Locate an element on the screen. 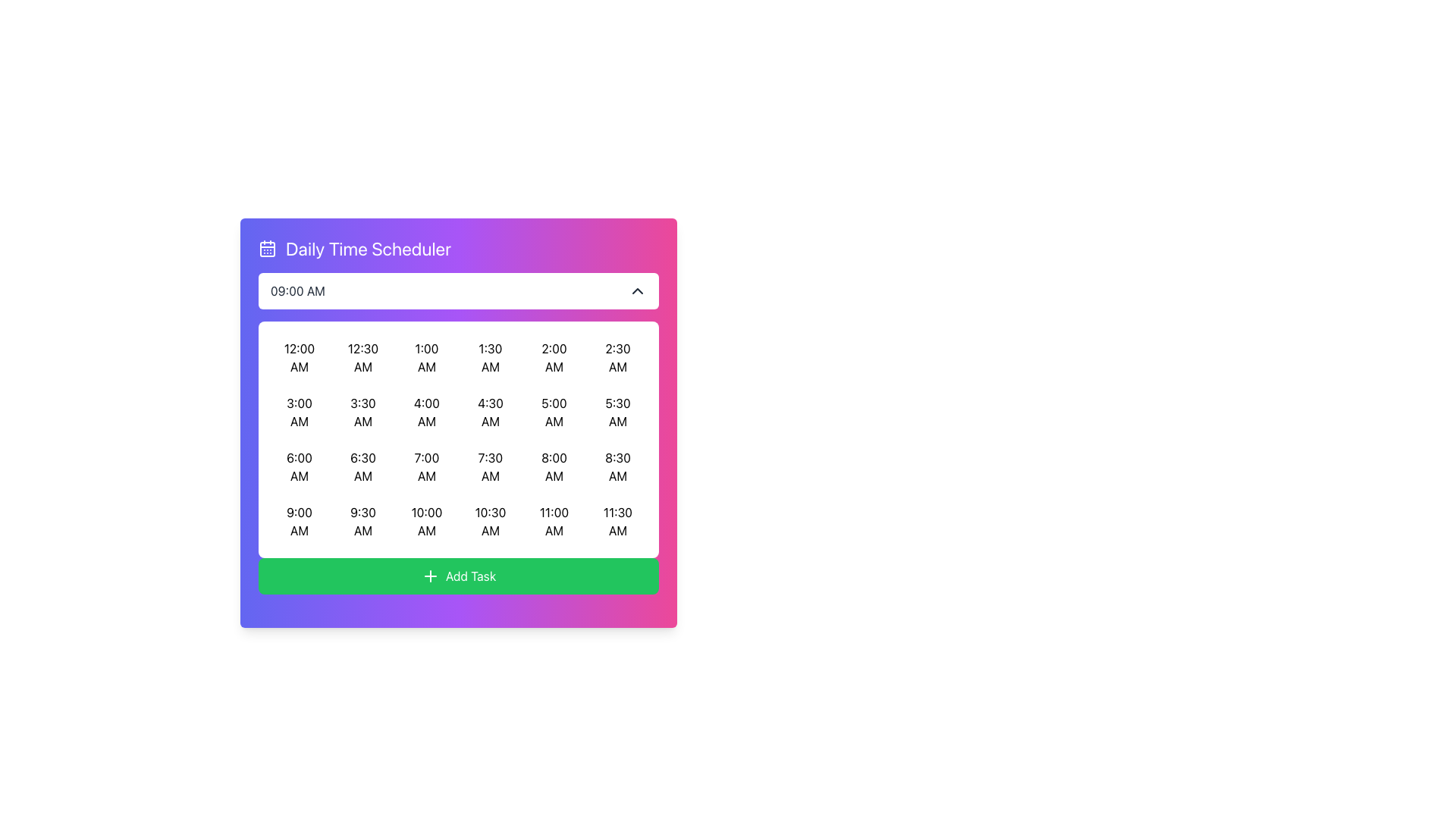  the SVG chevron icon located to the far right of the text '09:00 AM', which is part of a section control to collapse or minimize a dropdown menu is located at coordinates (637, 291).